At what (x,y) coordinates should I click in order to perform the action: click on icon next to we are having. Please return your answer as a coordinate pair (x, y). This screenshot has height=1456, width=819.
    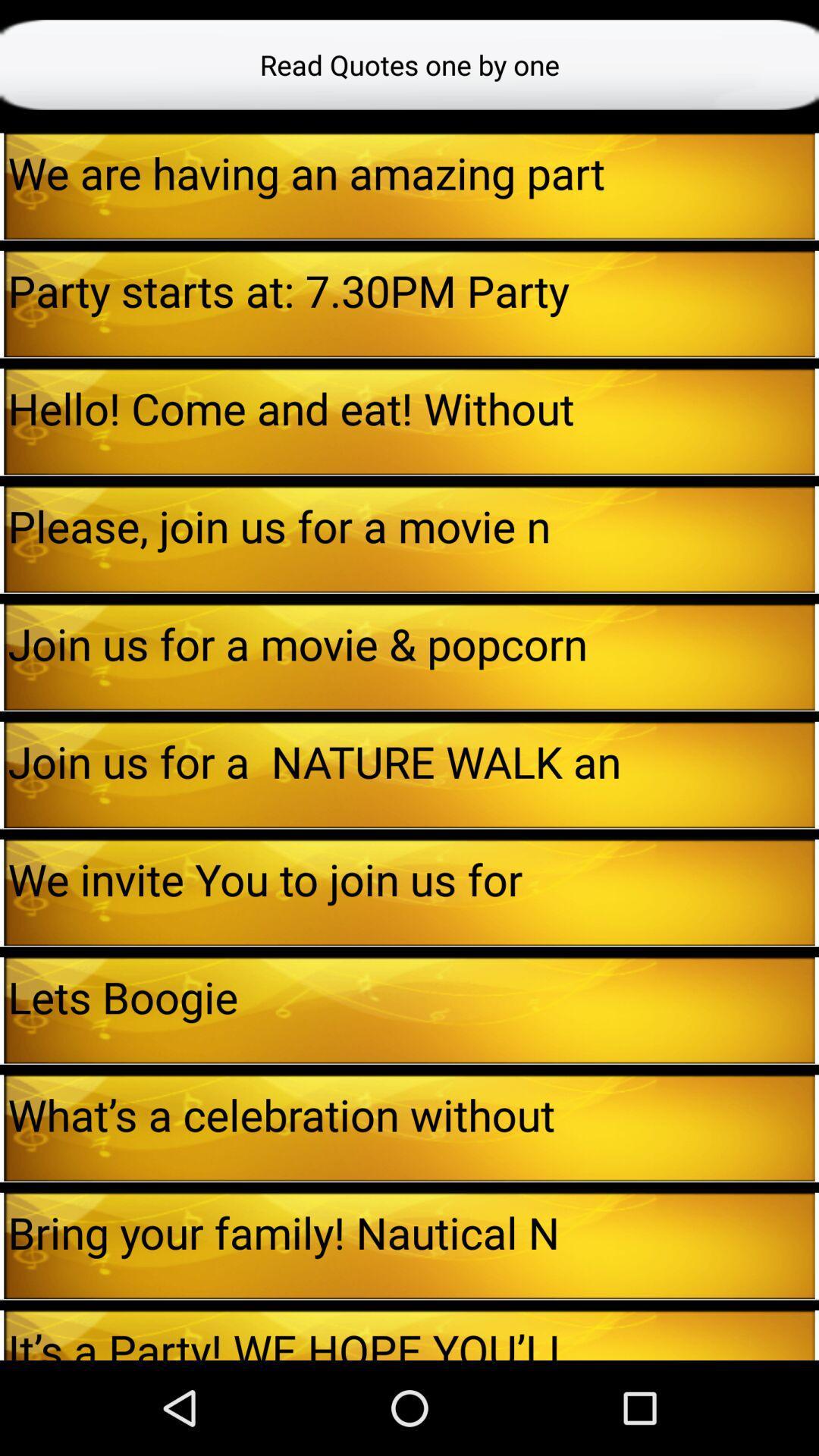
    Looking at the image, I should click on (2, 185).